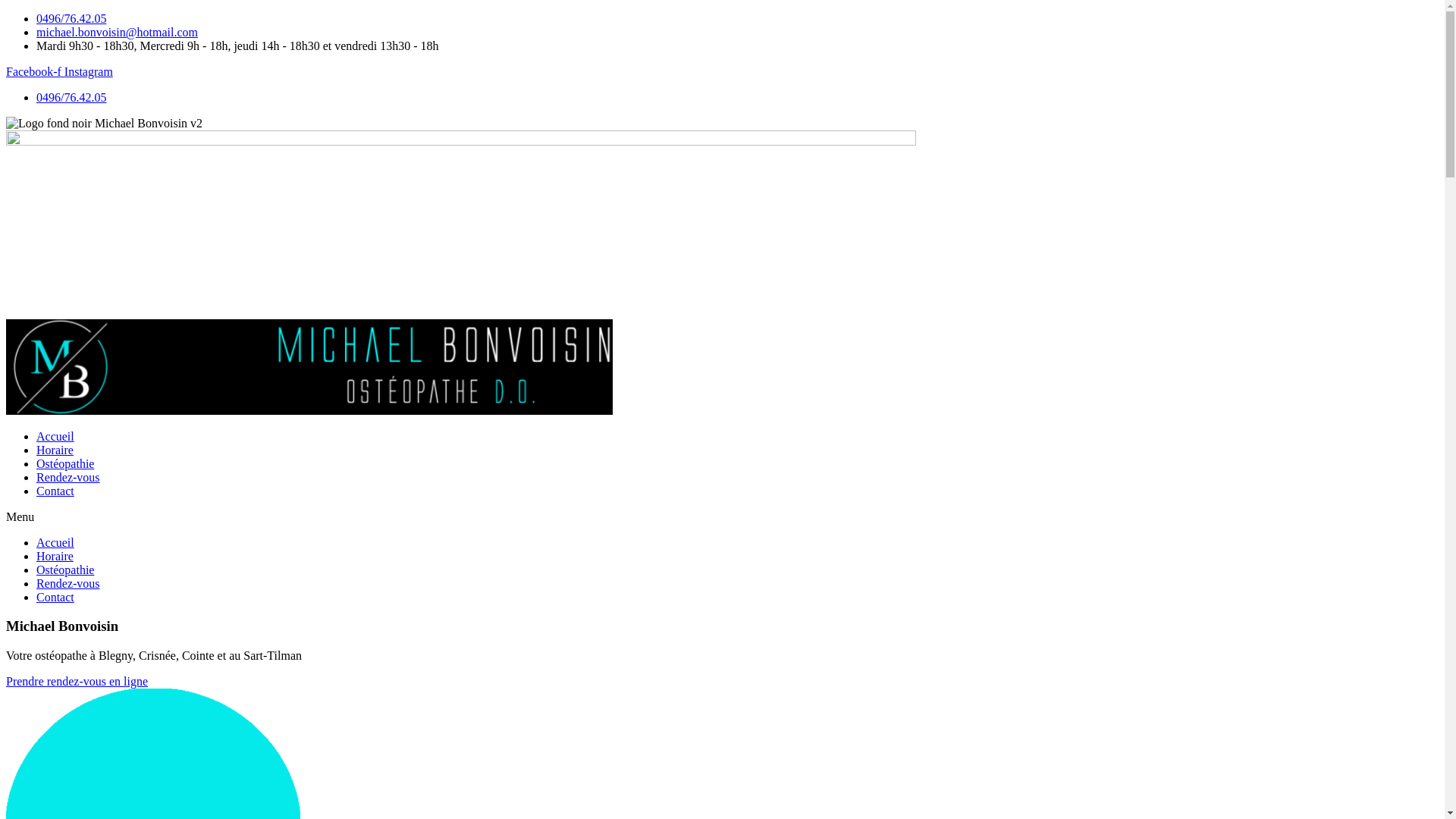  I want to click on 'Instagram', so click(87, 71).